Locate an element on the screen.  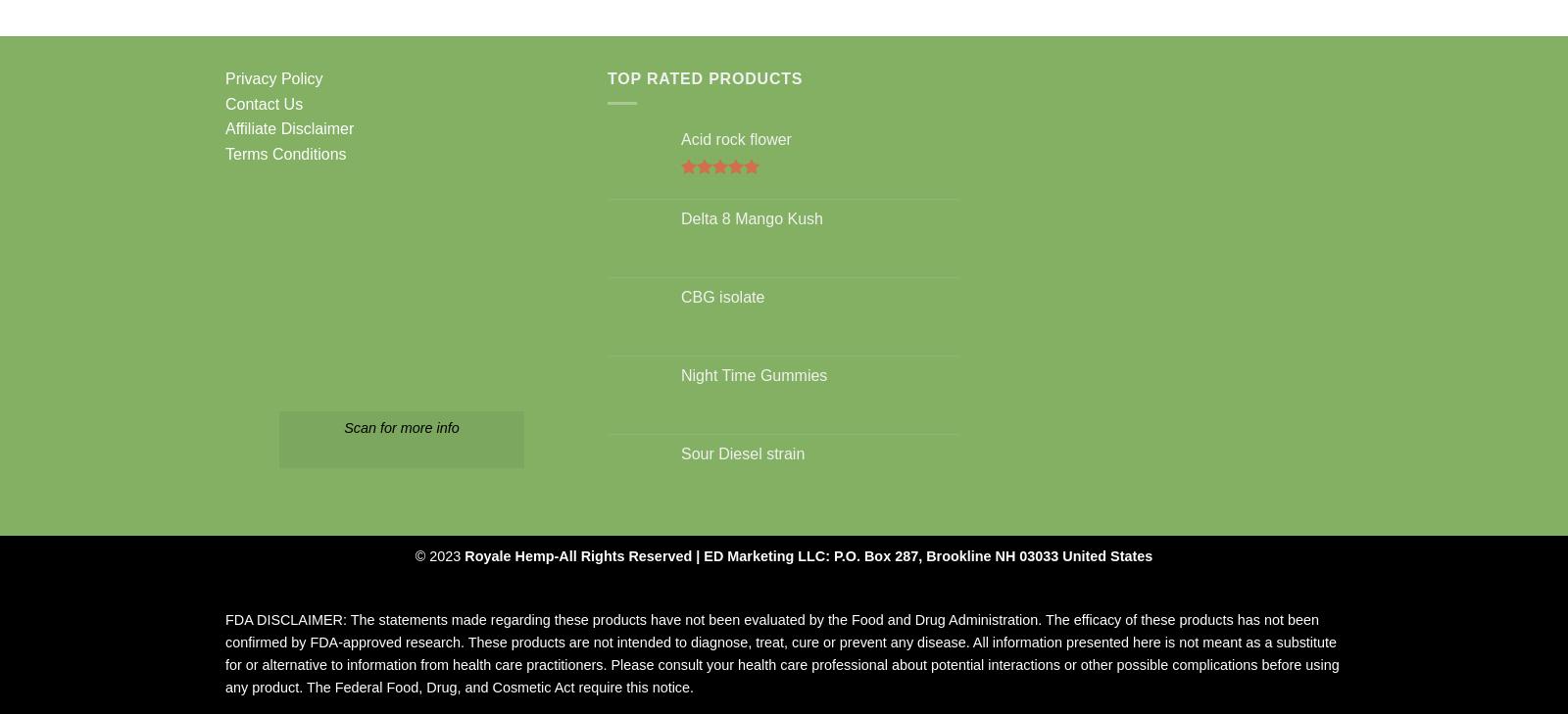
'out of 5' is located at coordinates (709, 204).